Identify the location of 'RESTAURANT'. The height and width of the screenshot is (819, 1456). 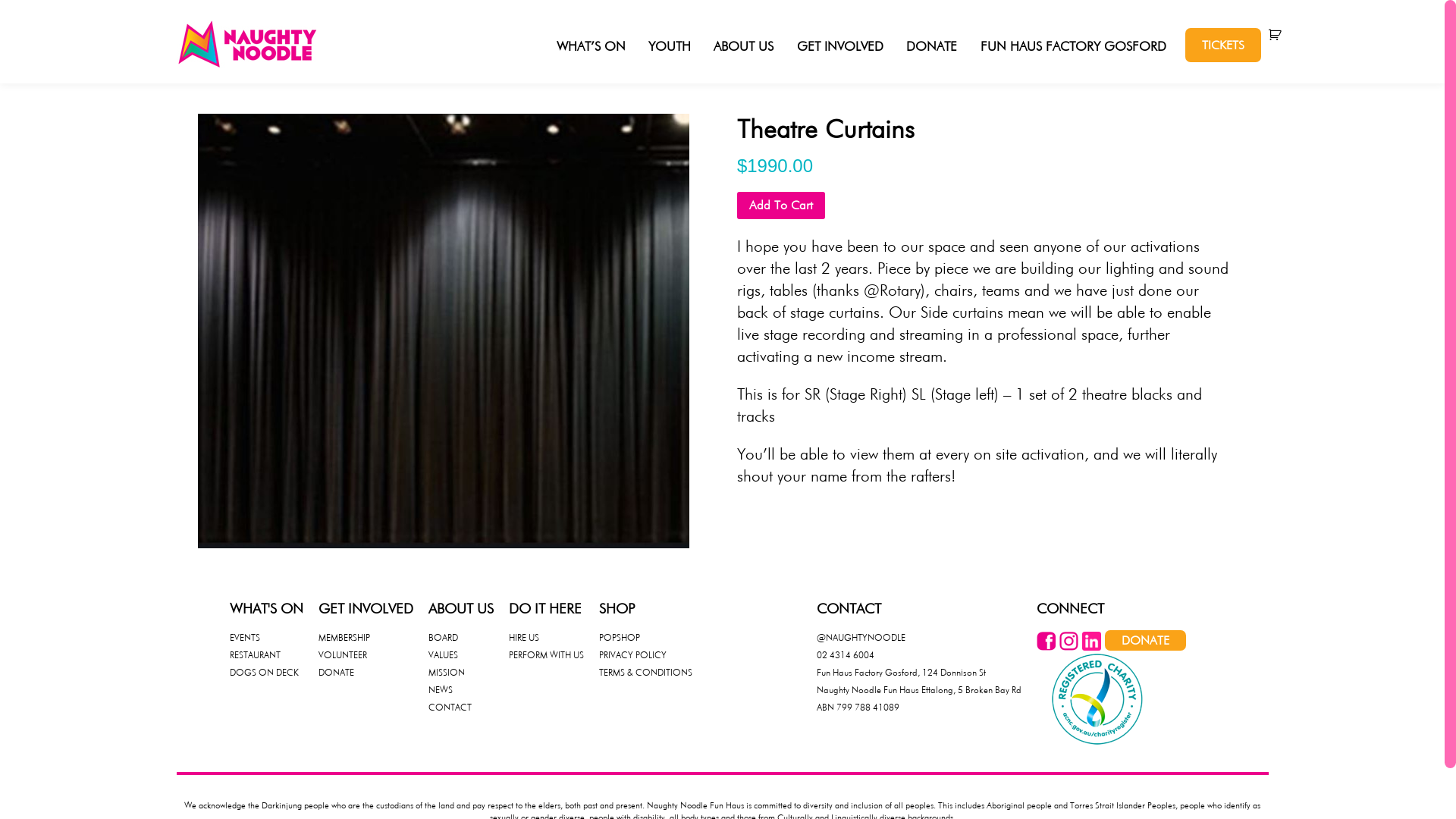
(254, 654).